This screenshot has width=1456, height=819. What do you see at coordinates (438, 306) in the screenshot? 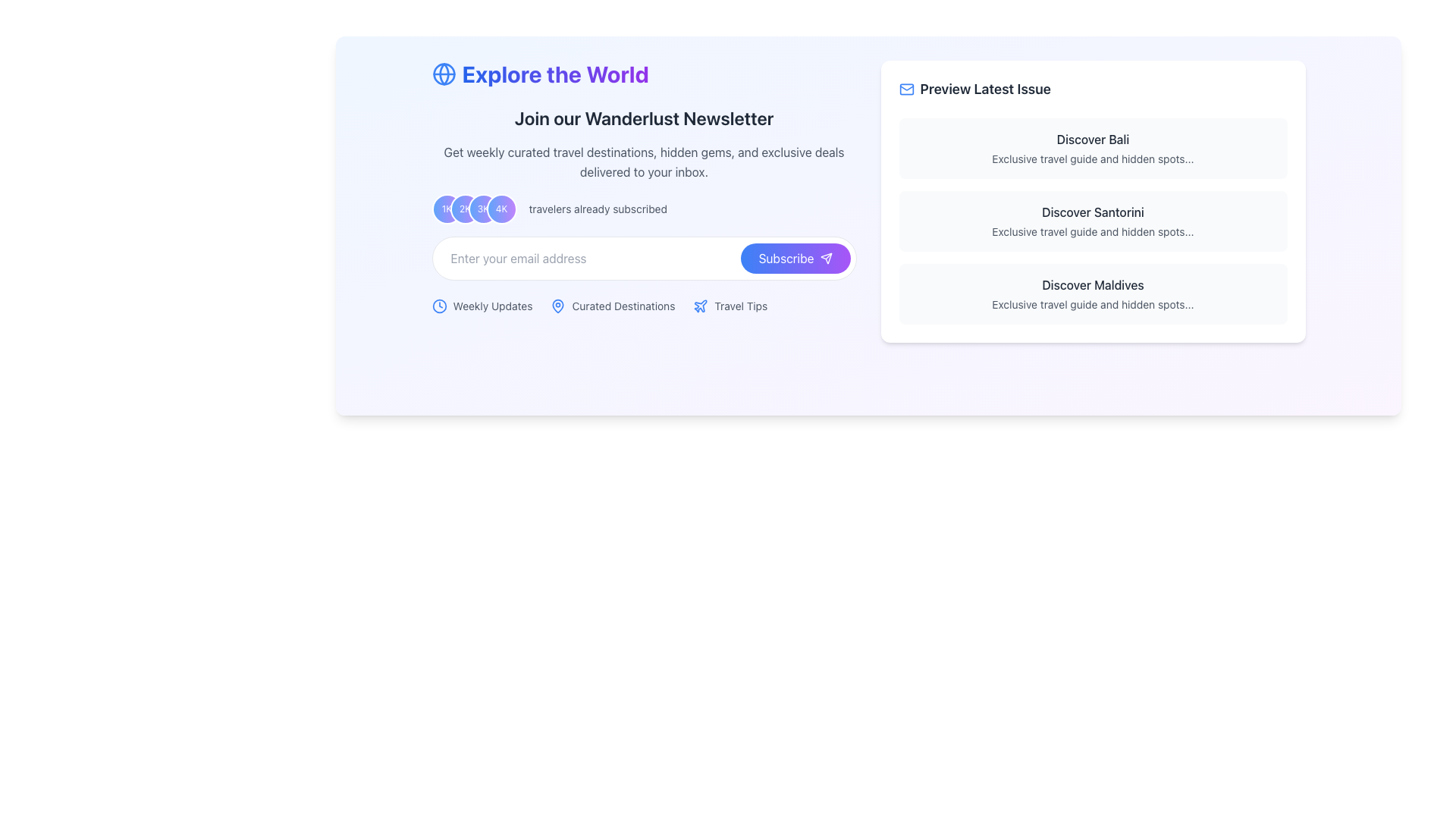
I see `the SVG Circle element with a blue outline that represents the main boundary of the clock icon located under the 'Weekly Updates' section` at bounding box center [438, 306].